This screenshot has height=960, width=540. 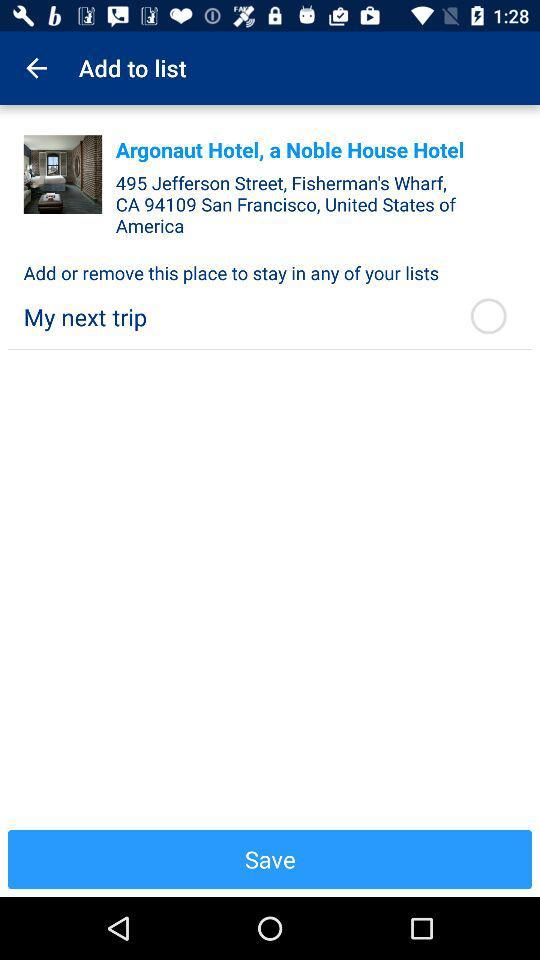 What do you see at coordinates (270, 858) in the screenshot?
I see `save button` at bounding box center [270, 858].